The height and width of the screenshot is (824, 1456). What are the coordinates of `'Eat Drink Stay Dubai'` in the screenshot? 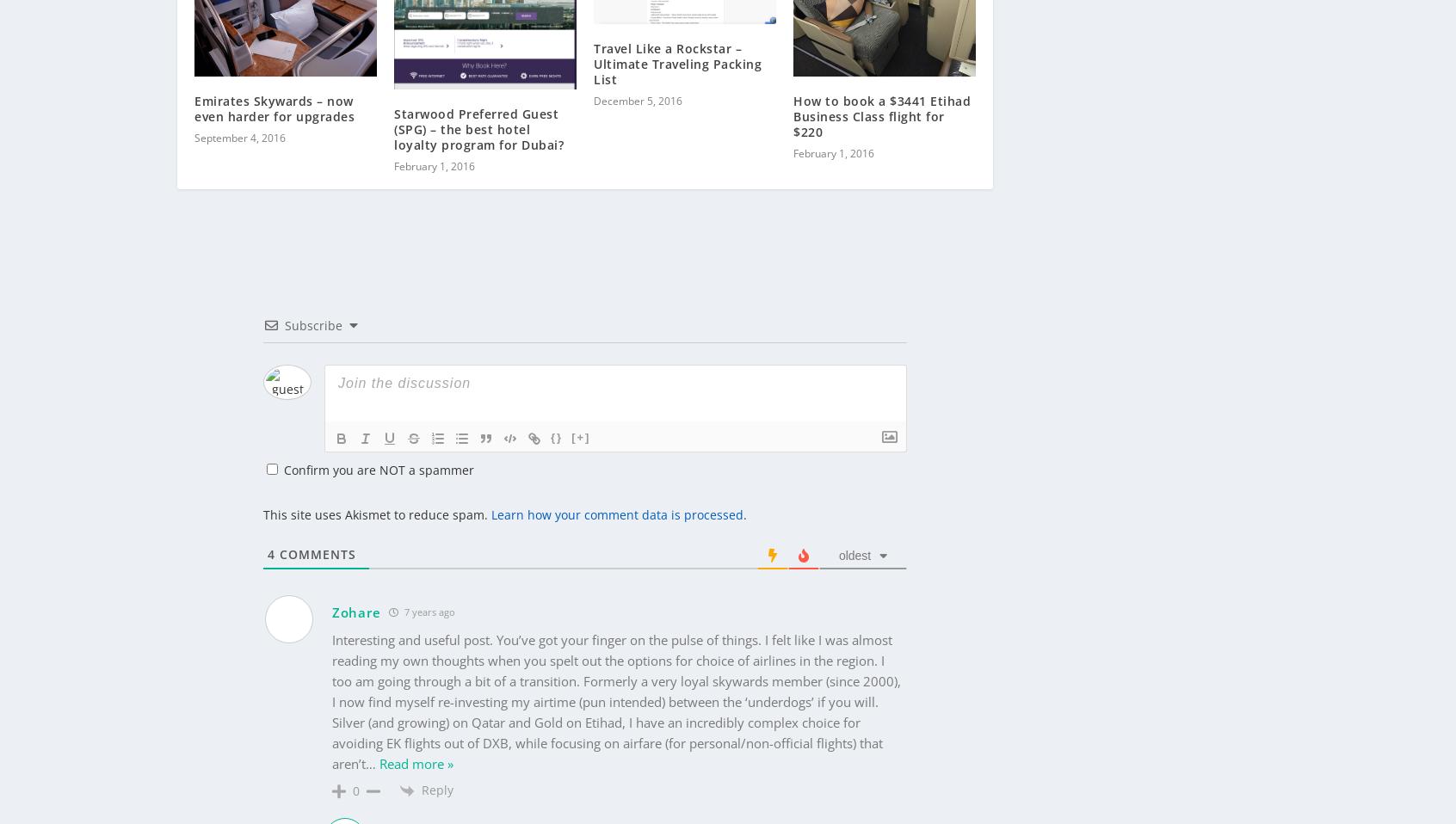 It's located at (450, 807).